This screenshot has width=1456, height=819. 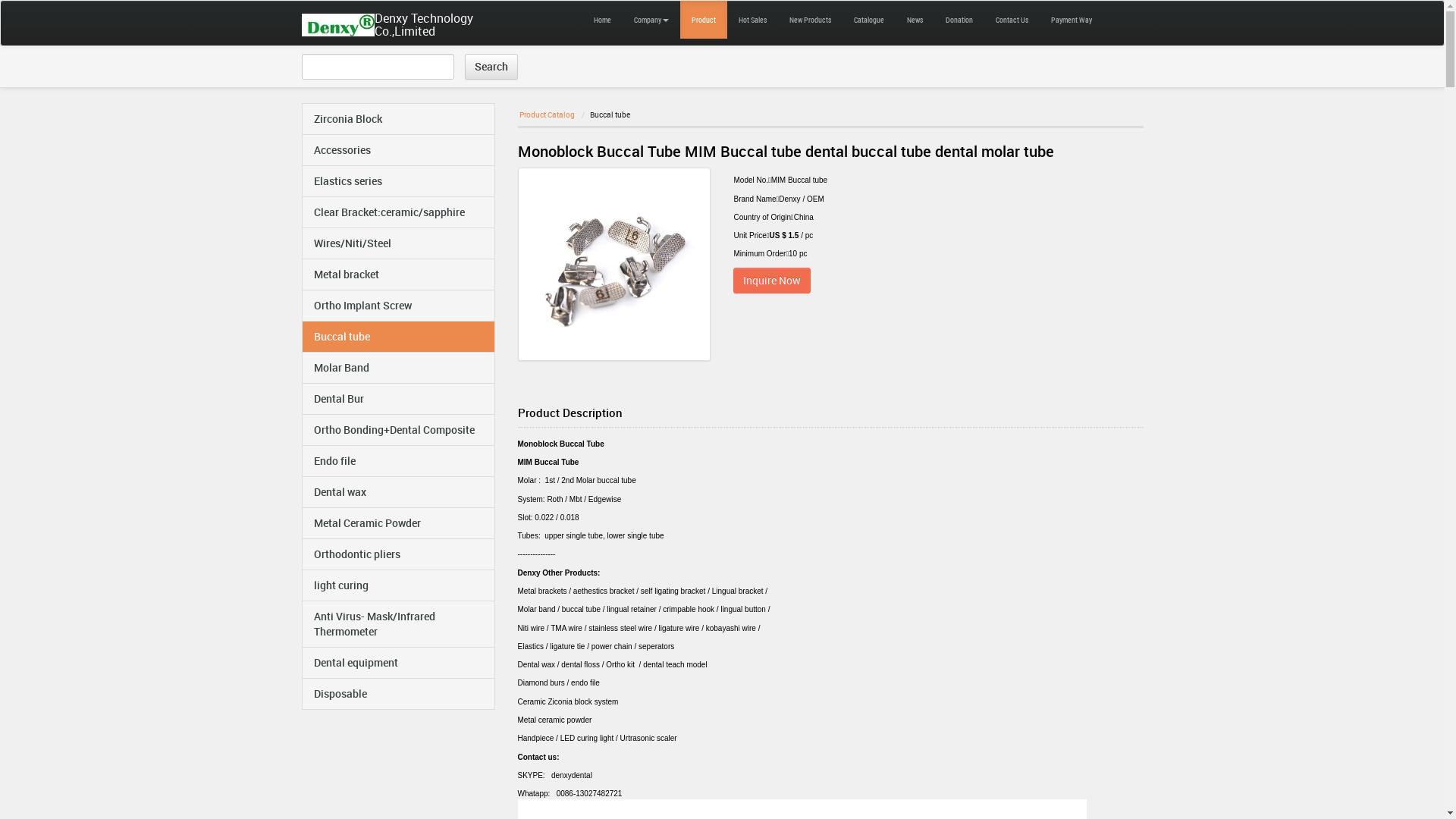 What do you see at coordinates (442, 23) in the screenshot?
I see `'Denxy Technology Co.,Limited'` at bounding box center [442, 23].